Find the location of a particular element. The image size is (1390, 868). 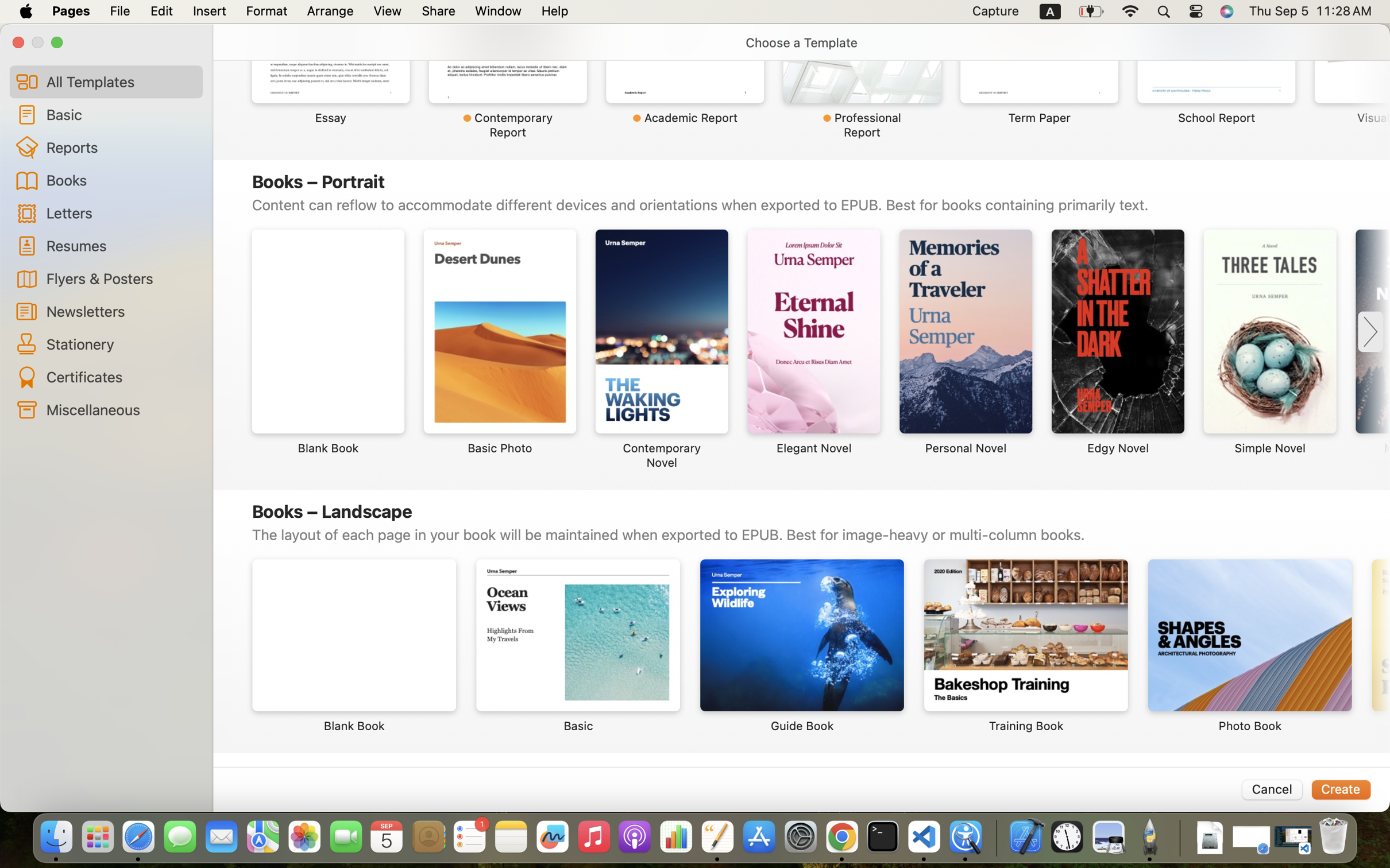

'Reports' is located at coordinates (119, 146).